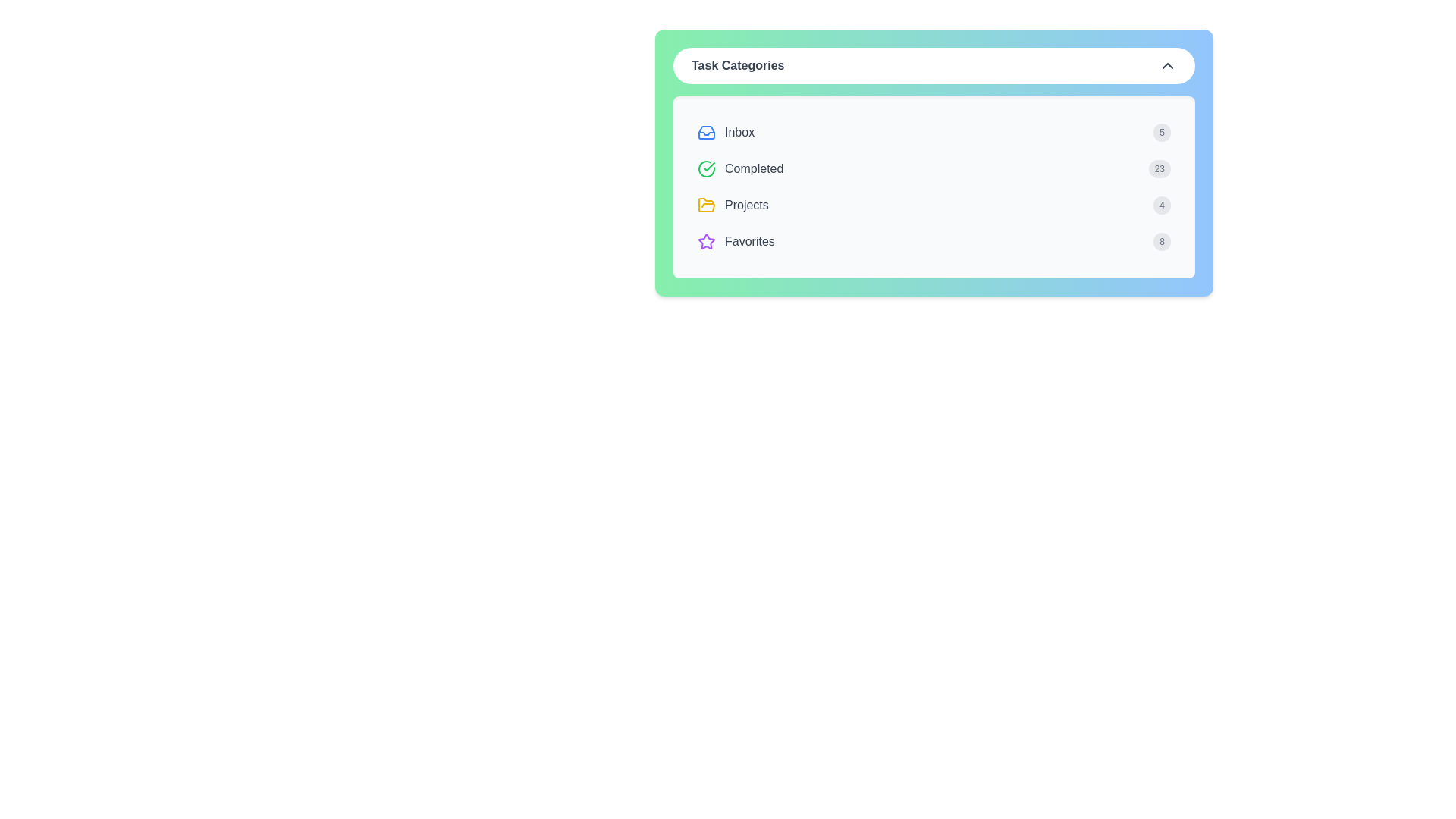 The width and height of the screenshot is (1456, 819). Describe the element at coordinates (1159, 169) in the screenshot. I see `the badge indicating the number of completed tasks in the 'Completed' section, positioned to the far right adjacent to the text 'Completed'` at that location.